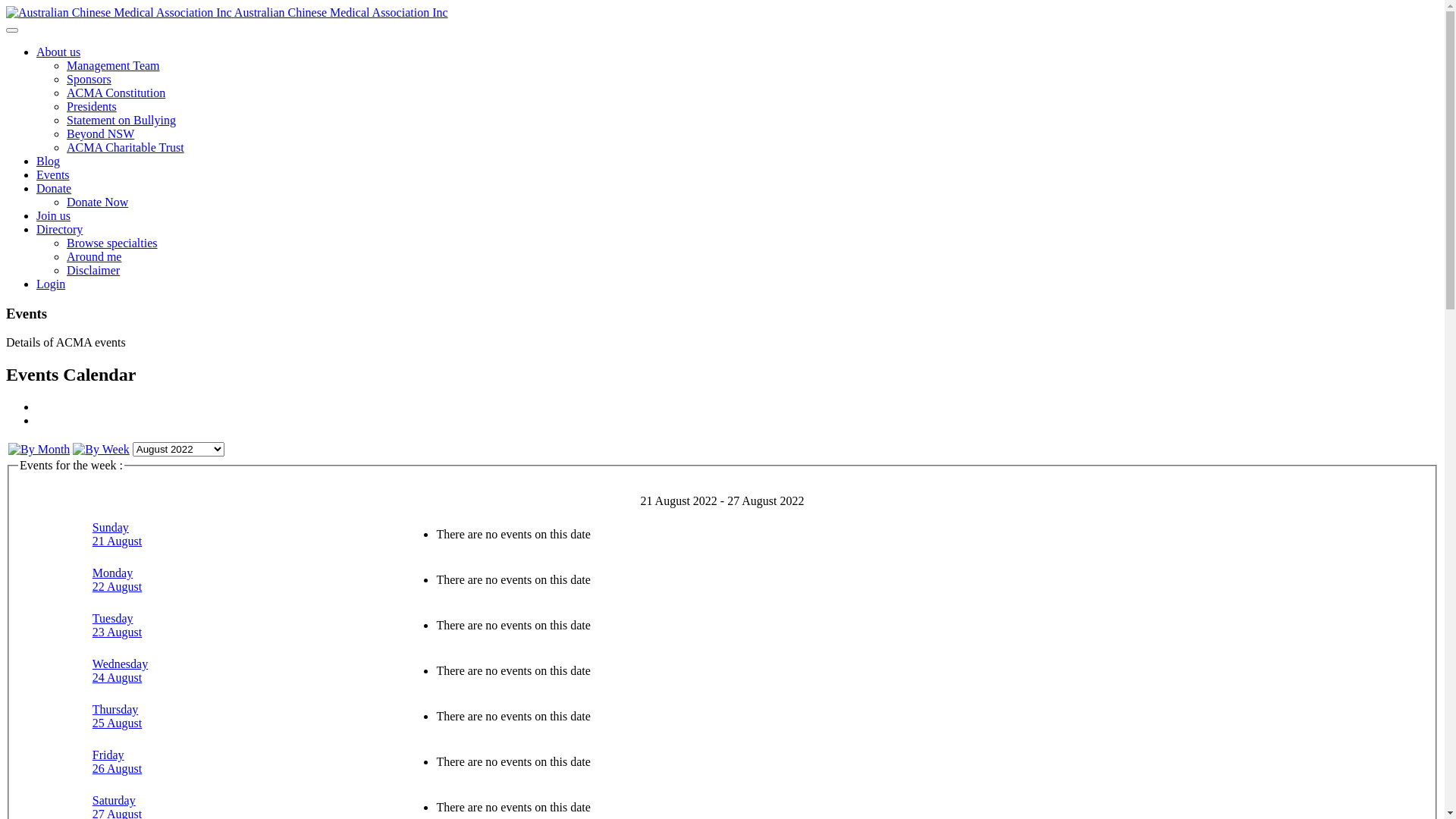  What do you see at coordinates (36, 284) in the screenshot?
I see `'Login'` at bounding box center [36, 284].